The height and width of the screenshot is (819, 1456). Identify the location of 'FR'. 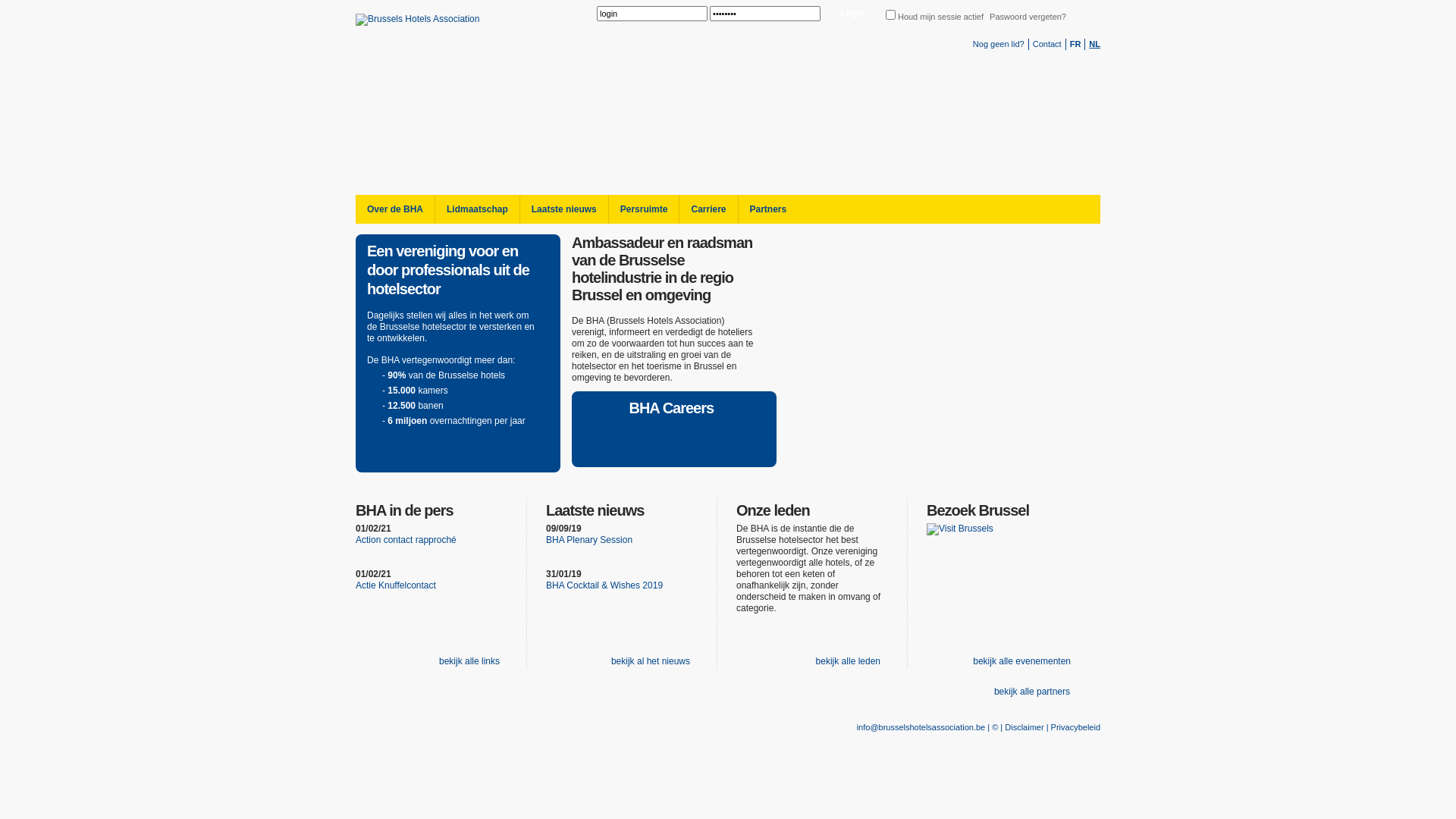
(1075, 42).